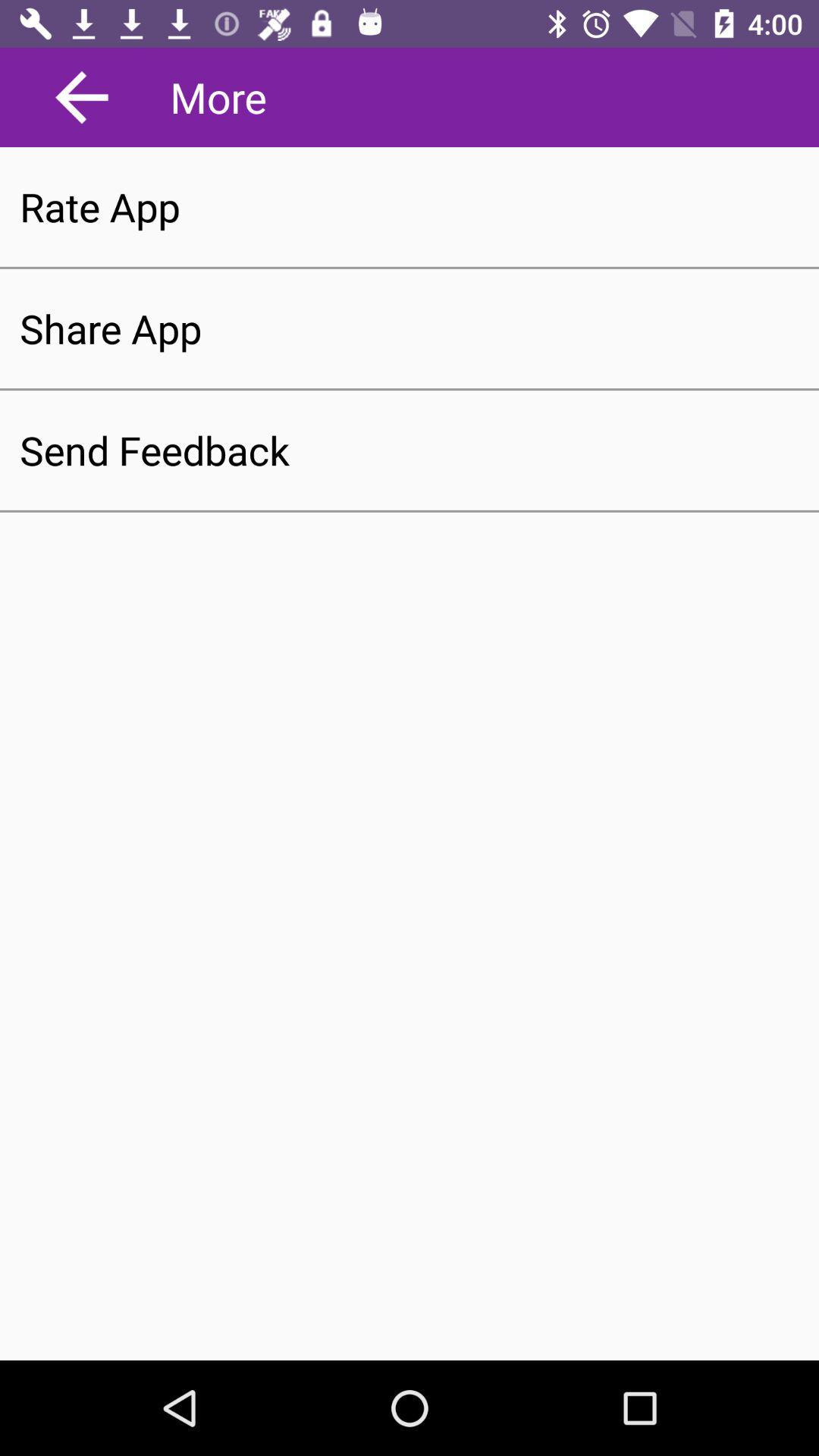  Describe the element at coordinates (82, 96) in the screenshot. I see `app to the left of more app` at that location.